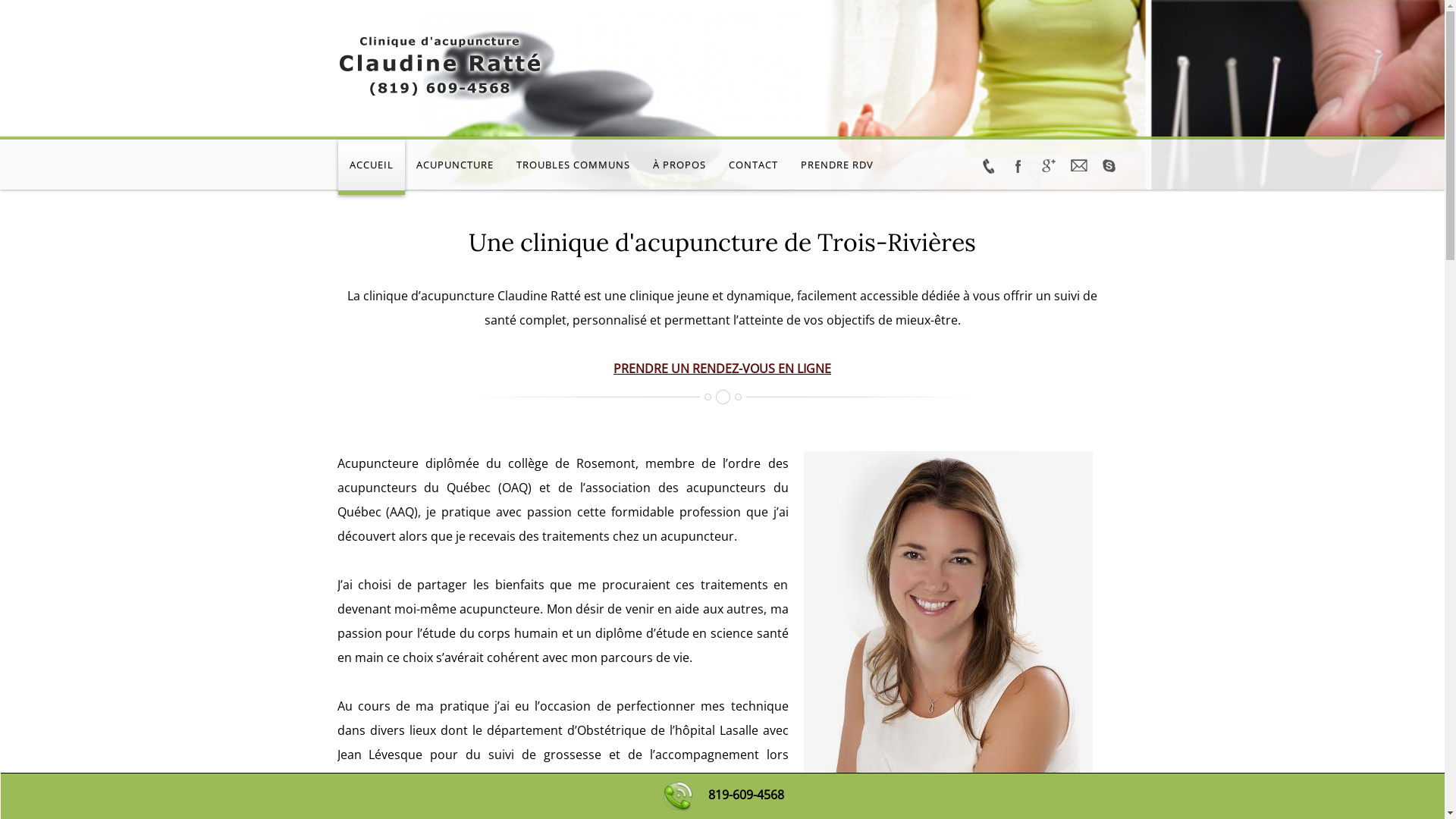 Image resolution: width=1456 pixels, height=819 pixels. I want to click on '819-609-4568', so click(745, 794).